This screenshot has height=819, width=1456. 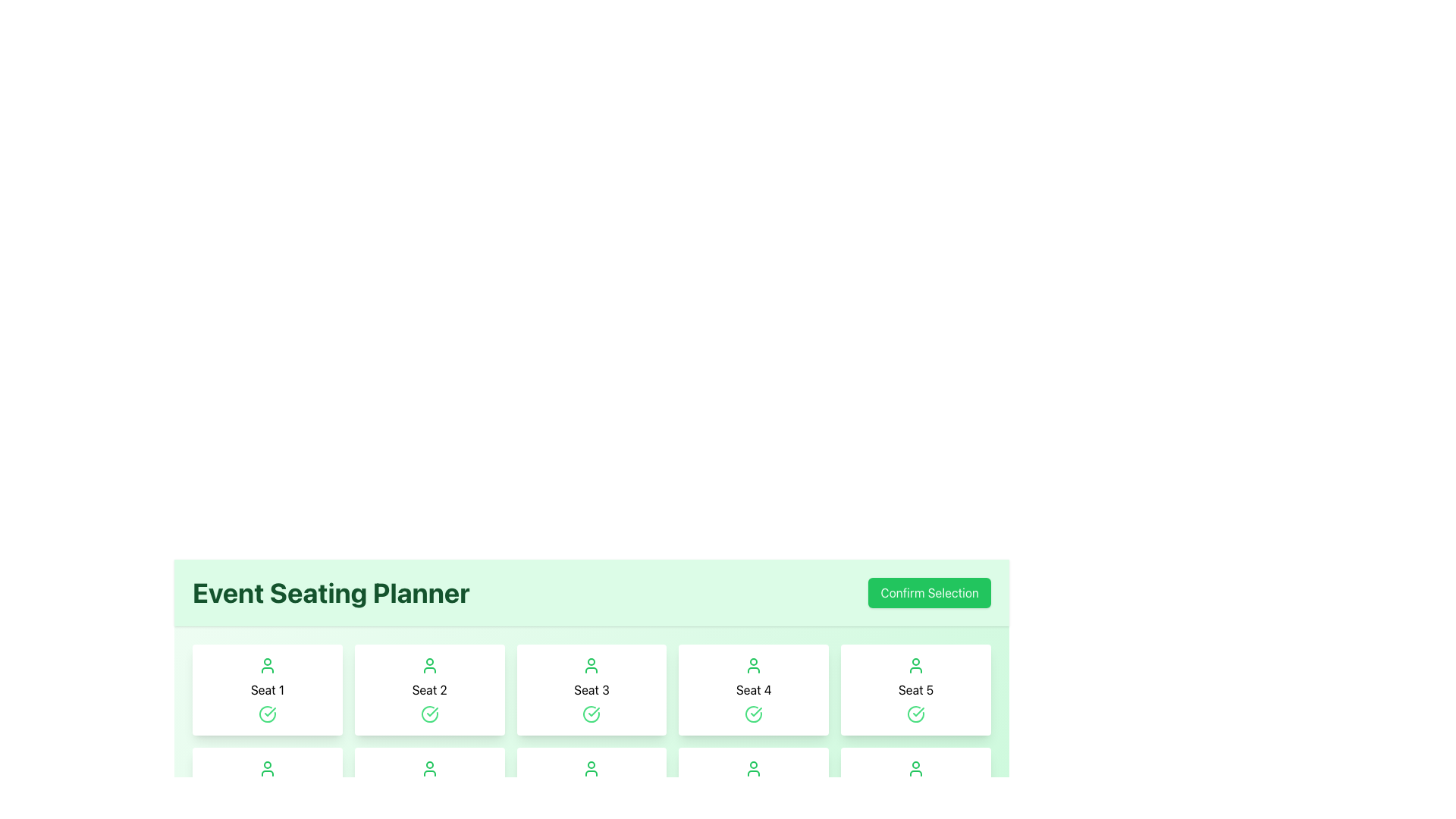 I want to click on the status icon for Seat 5, which indicates its selection, reservation, or availability in the Event Seating Planner interface, so click(x=918, y=711).